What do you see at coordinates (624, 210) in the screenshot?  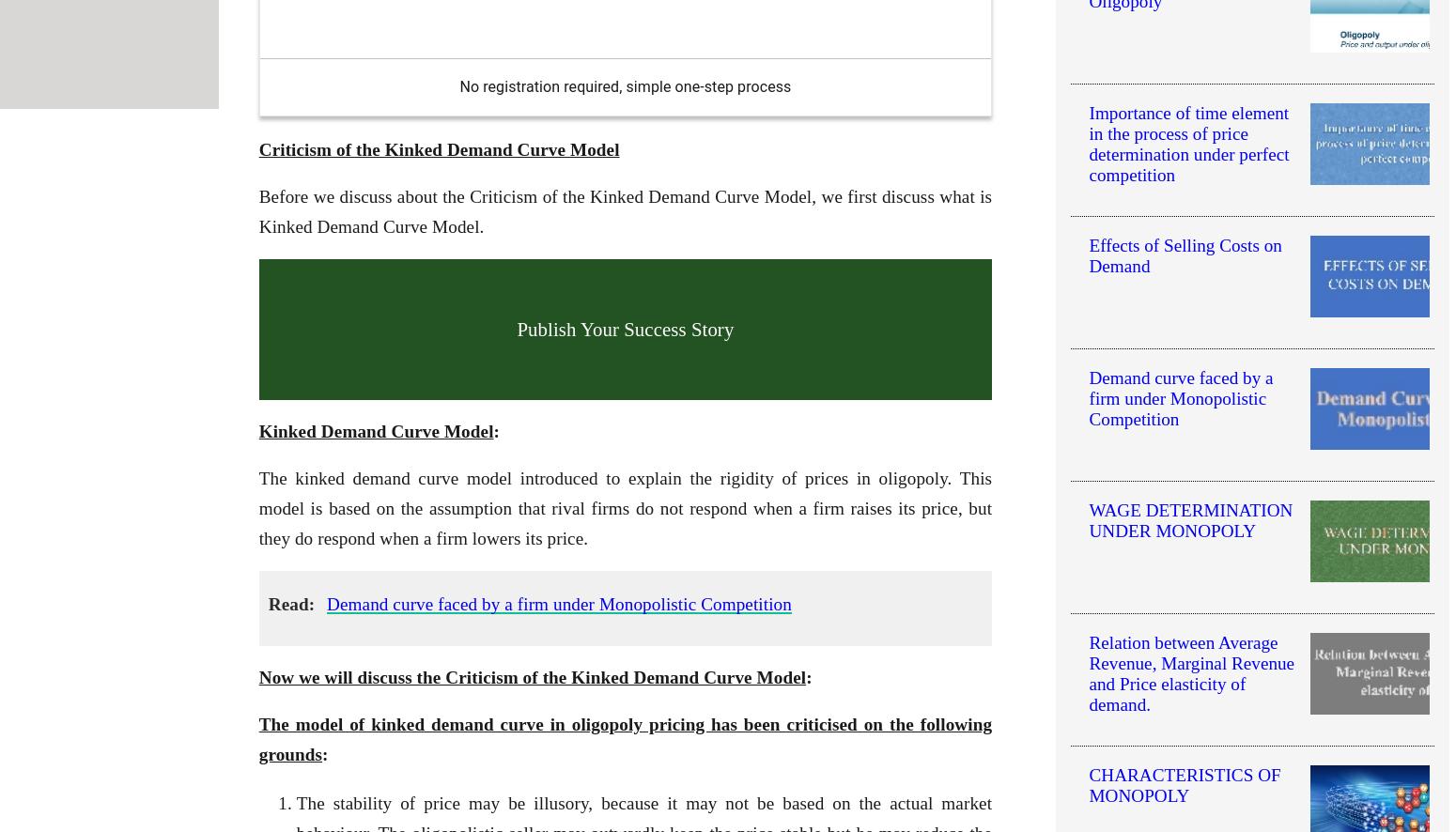 I see `'Before we discuss about the Criticism of the Kinked Demand Curve Model, we first discuss what is Kinked Demand Curve Model.'` at bounding box center [624, 210].